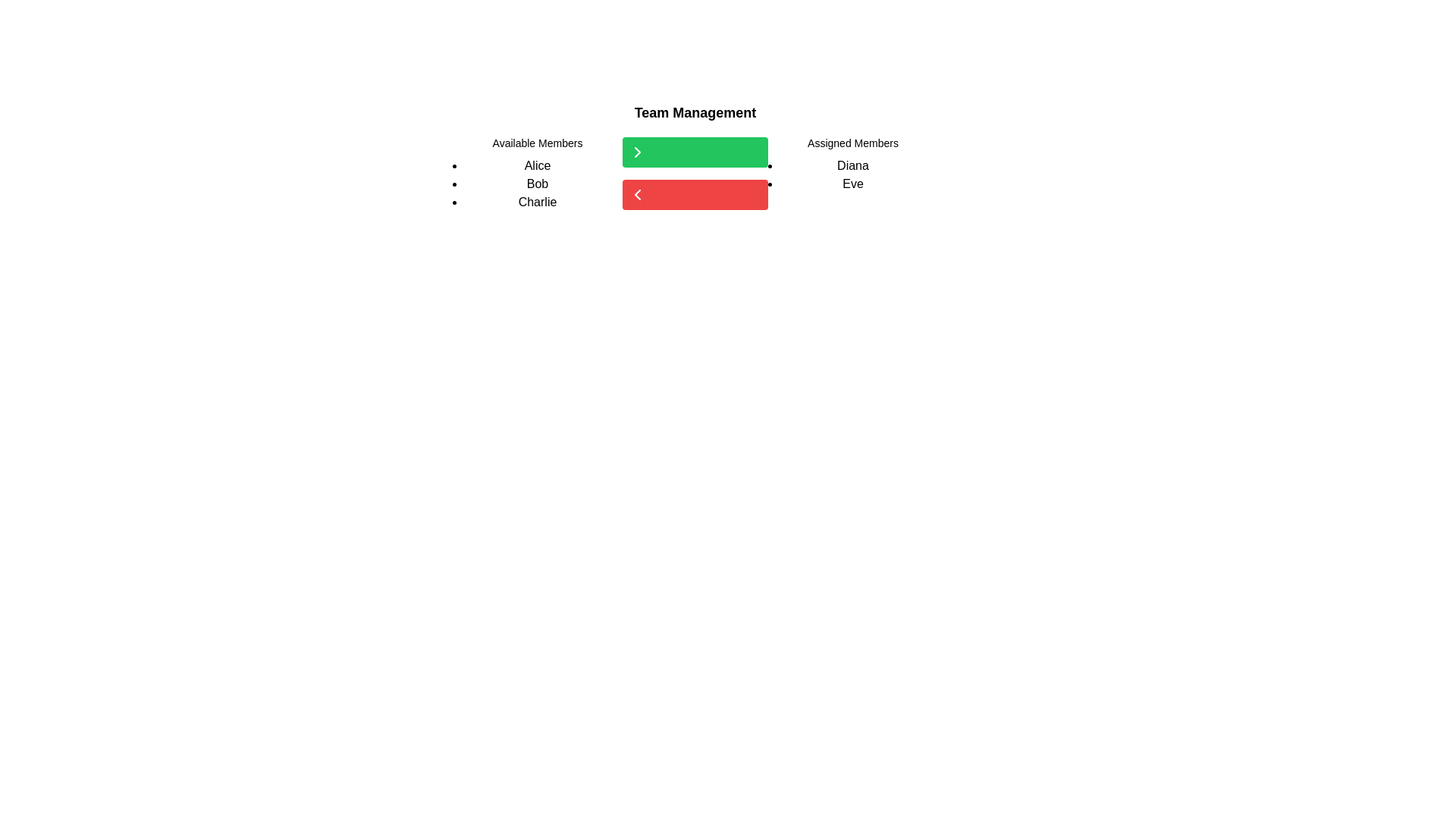 The height and width of the screenshot is (819, 1456). I want to click on the text label displaying 'Alice' in bold font, which is the first entry under the 'Available Members' section, so click(538, 166).